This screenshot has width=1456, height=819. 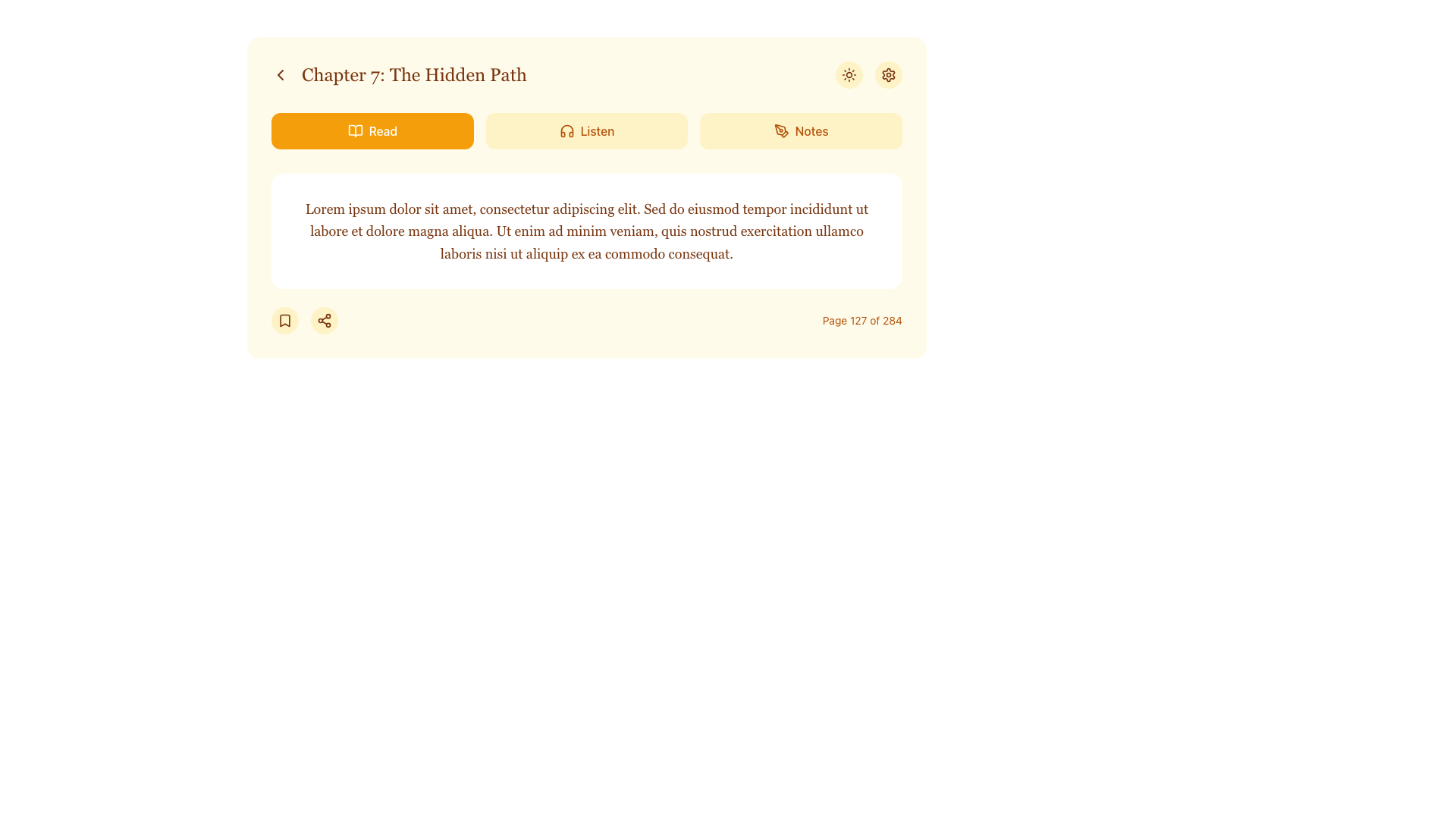 I want to click on the 'Listen' button, which is the second button in a row of three buttons, positioned between the 'Read' button on the left and the 'Notes' button on the right, so click(x=585, y=130).